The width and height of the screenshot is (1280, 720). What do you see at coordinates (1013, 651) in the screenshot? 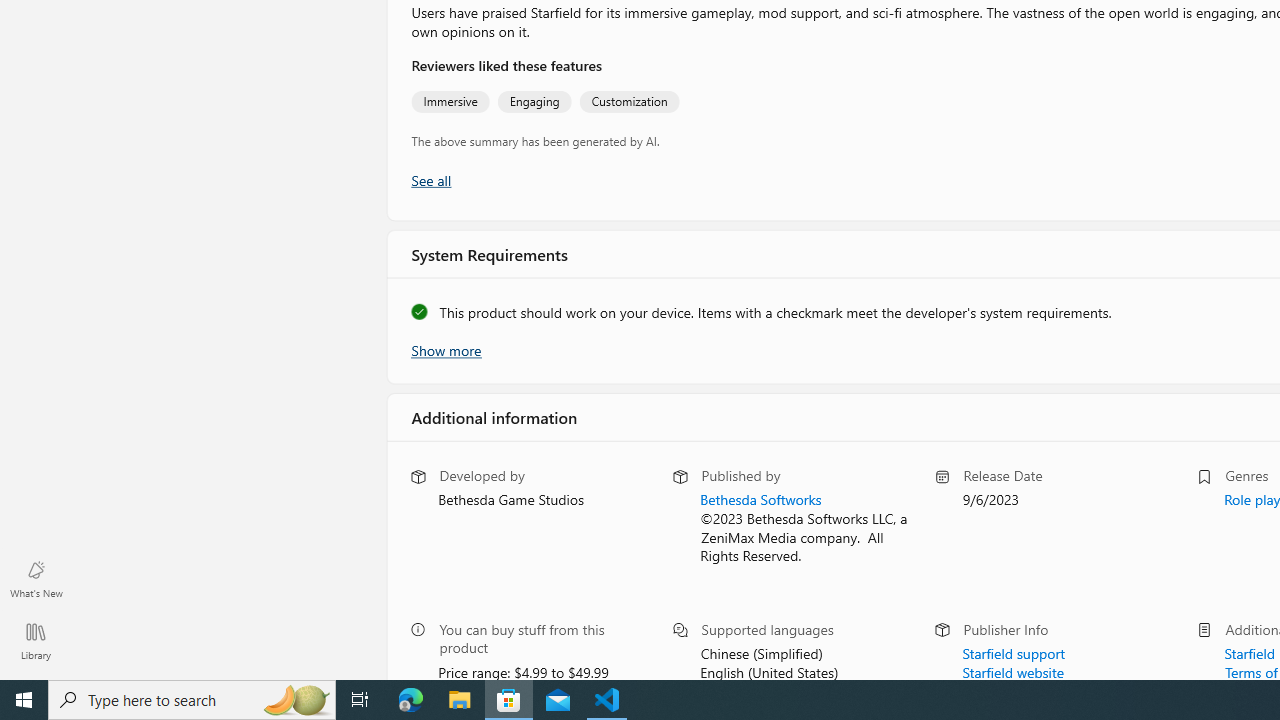
I see `'Starfield support'` at bounding box center [1013, 651].